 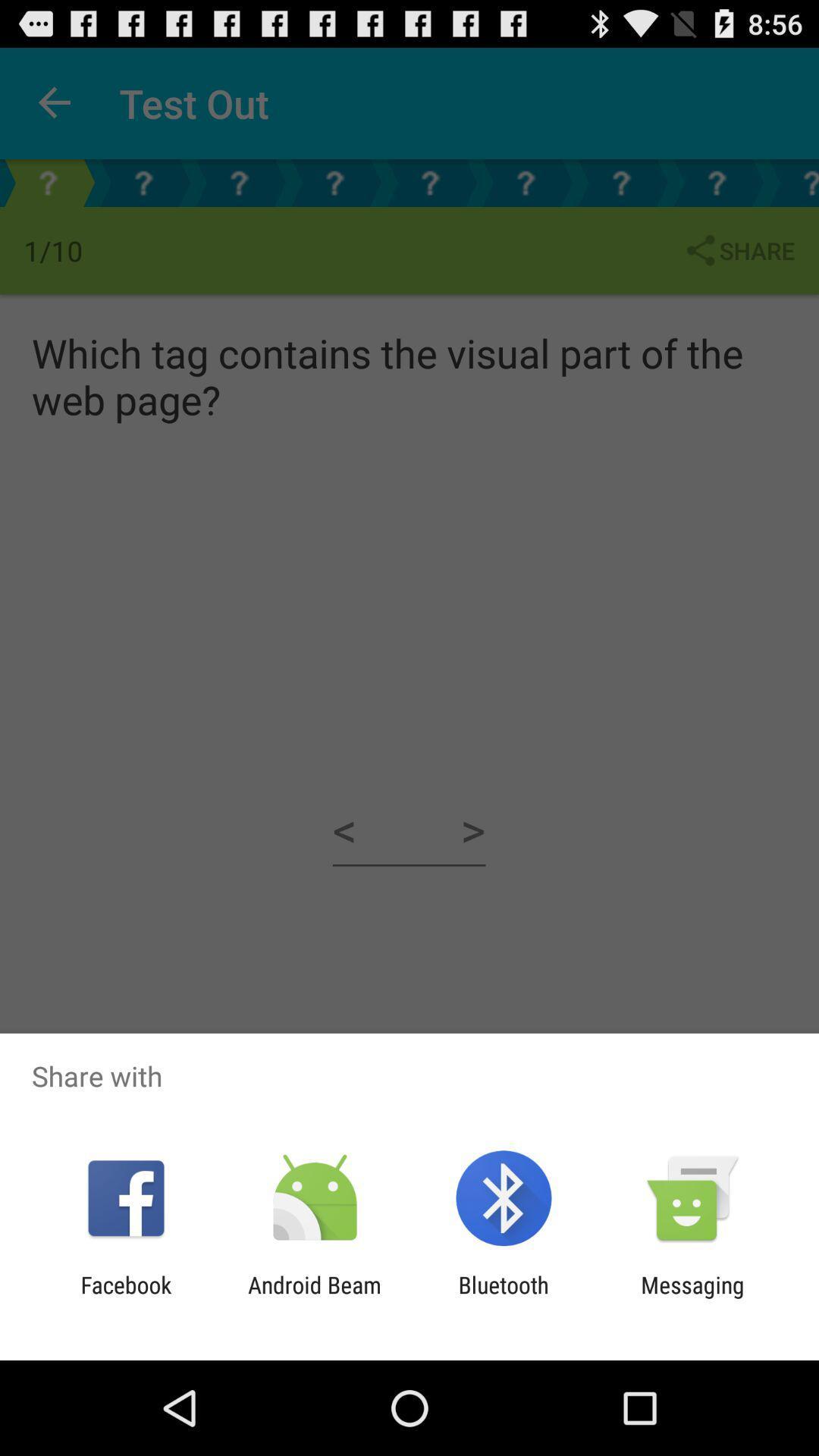 I want to click on the app next to the android beam app, so click(x=125, y=1298).